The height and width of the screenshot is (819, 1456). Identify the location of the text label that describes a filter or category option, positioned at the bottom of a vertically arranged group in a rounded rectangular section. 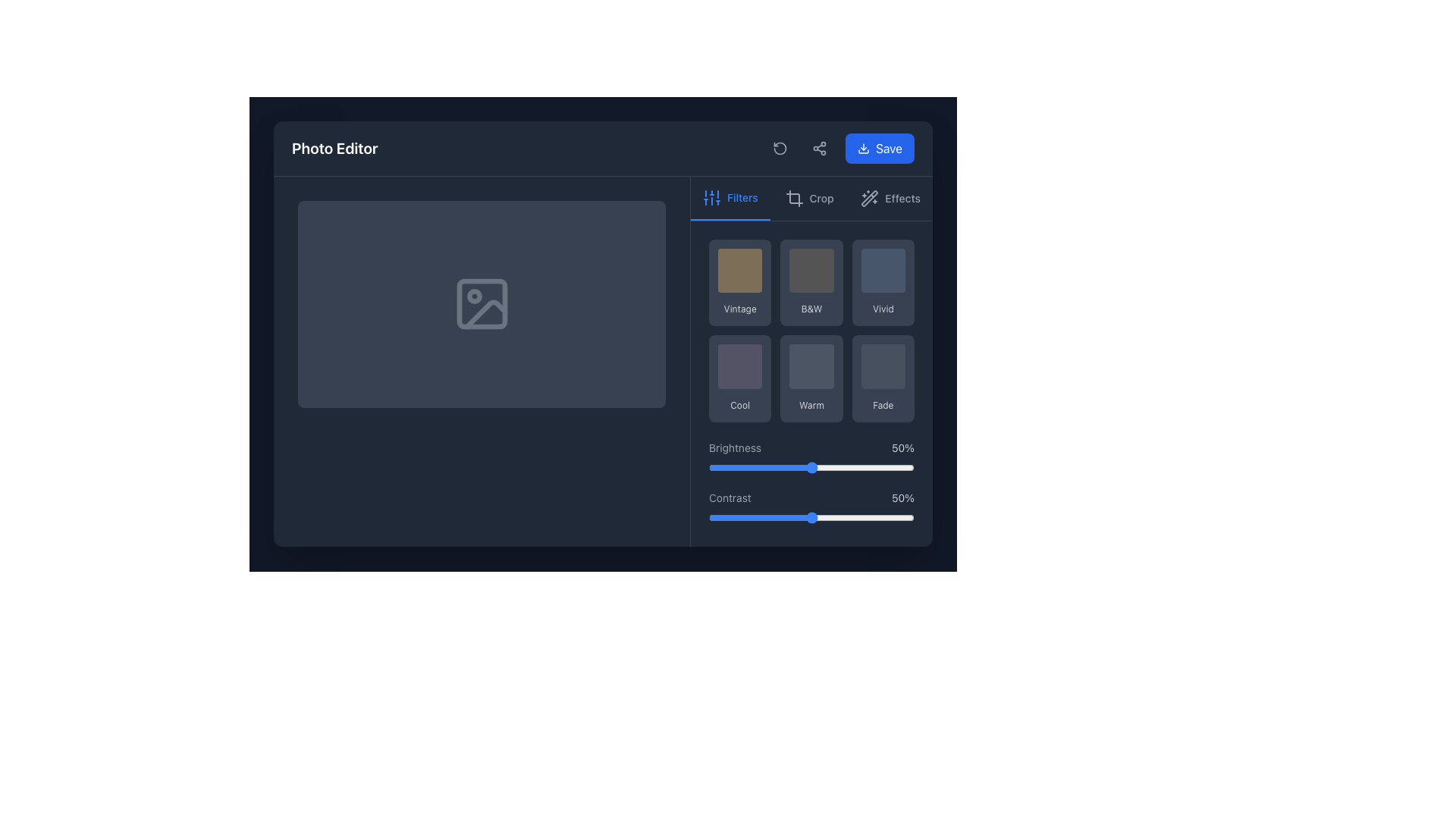
(883, 308).